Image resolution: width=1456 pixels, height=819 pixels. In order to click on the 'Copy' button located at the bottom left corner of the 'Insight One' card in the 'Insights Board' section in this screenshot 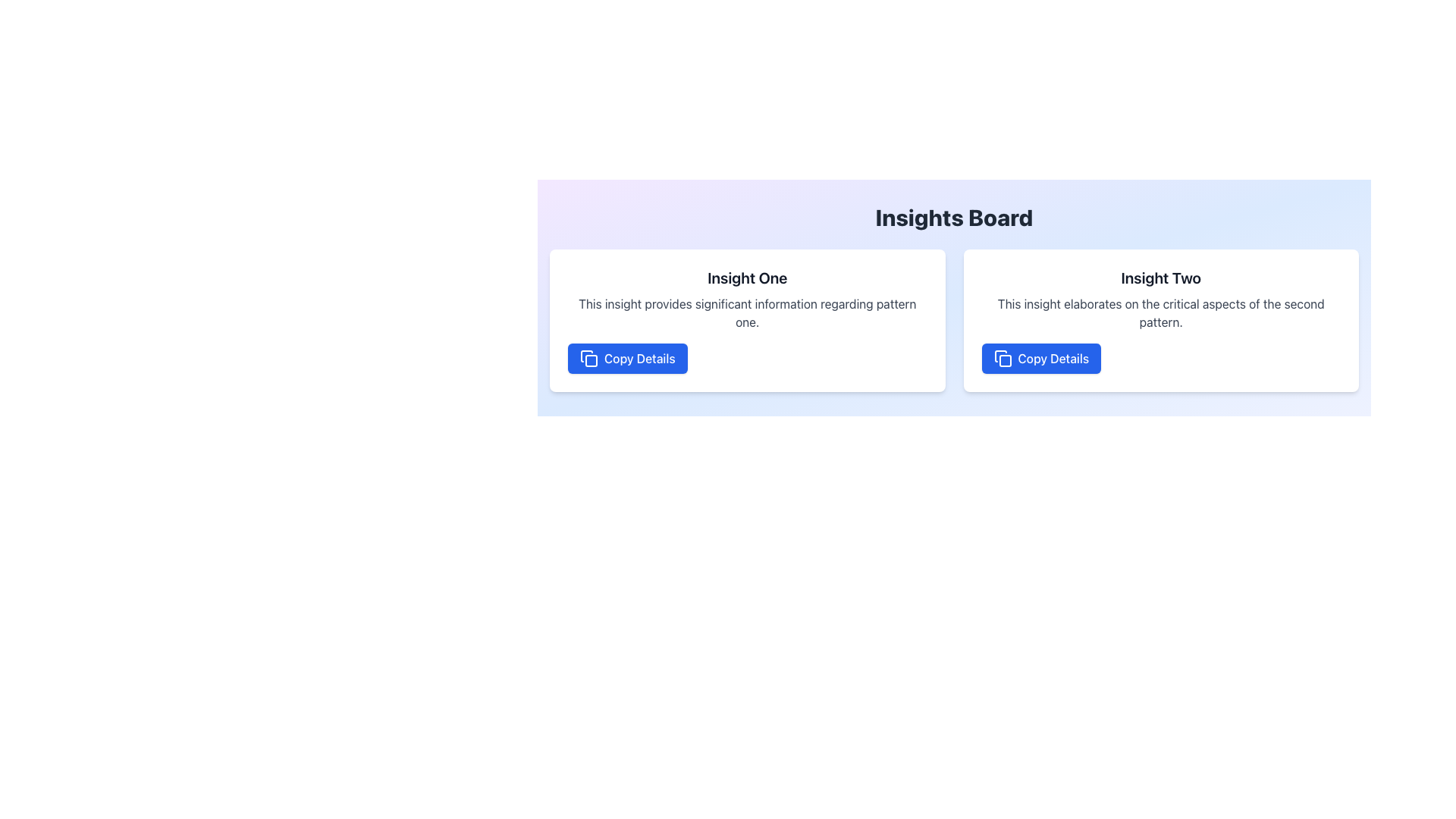, I will do `click(627, 359)`.